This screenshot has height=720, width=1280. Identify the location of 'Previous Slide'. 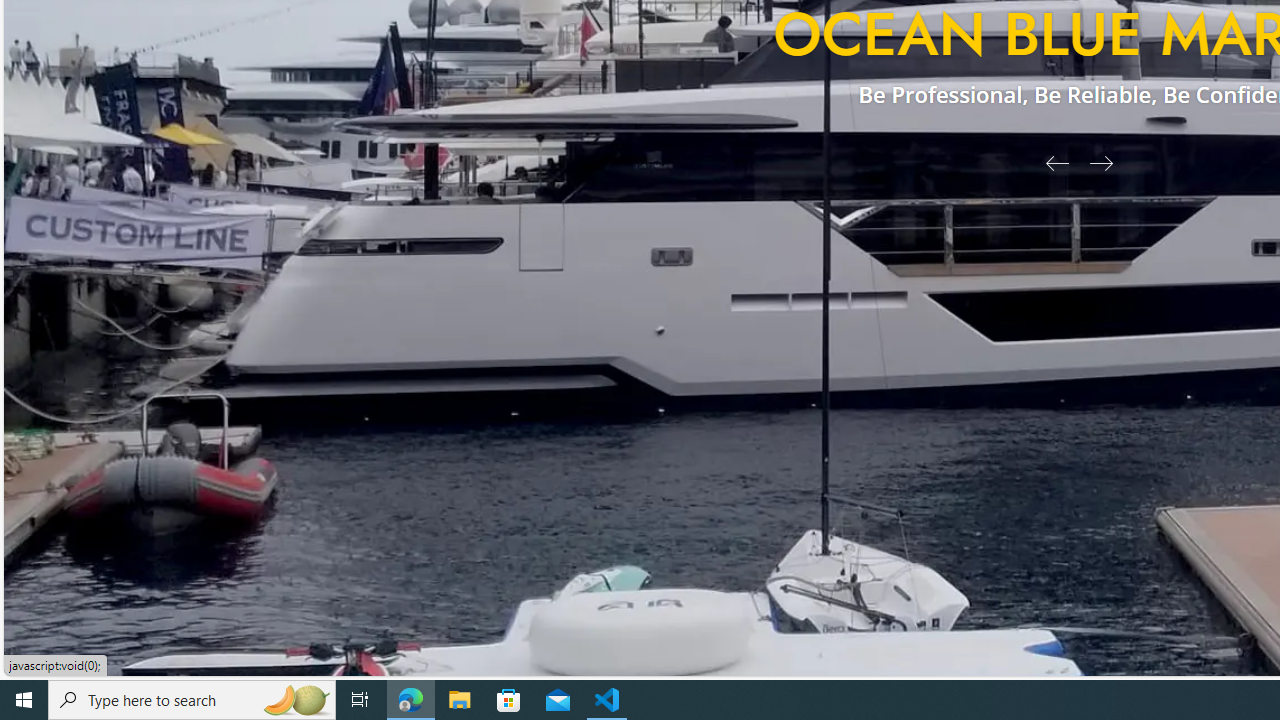
(1049, 161).